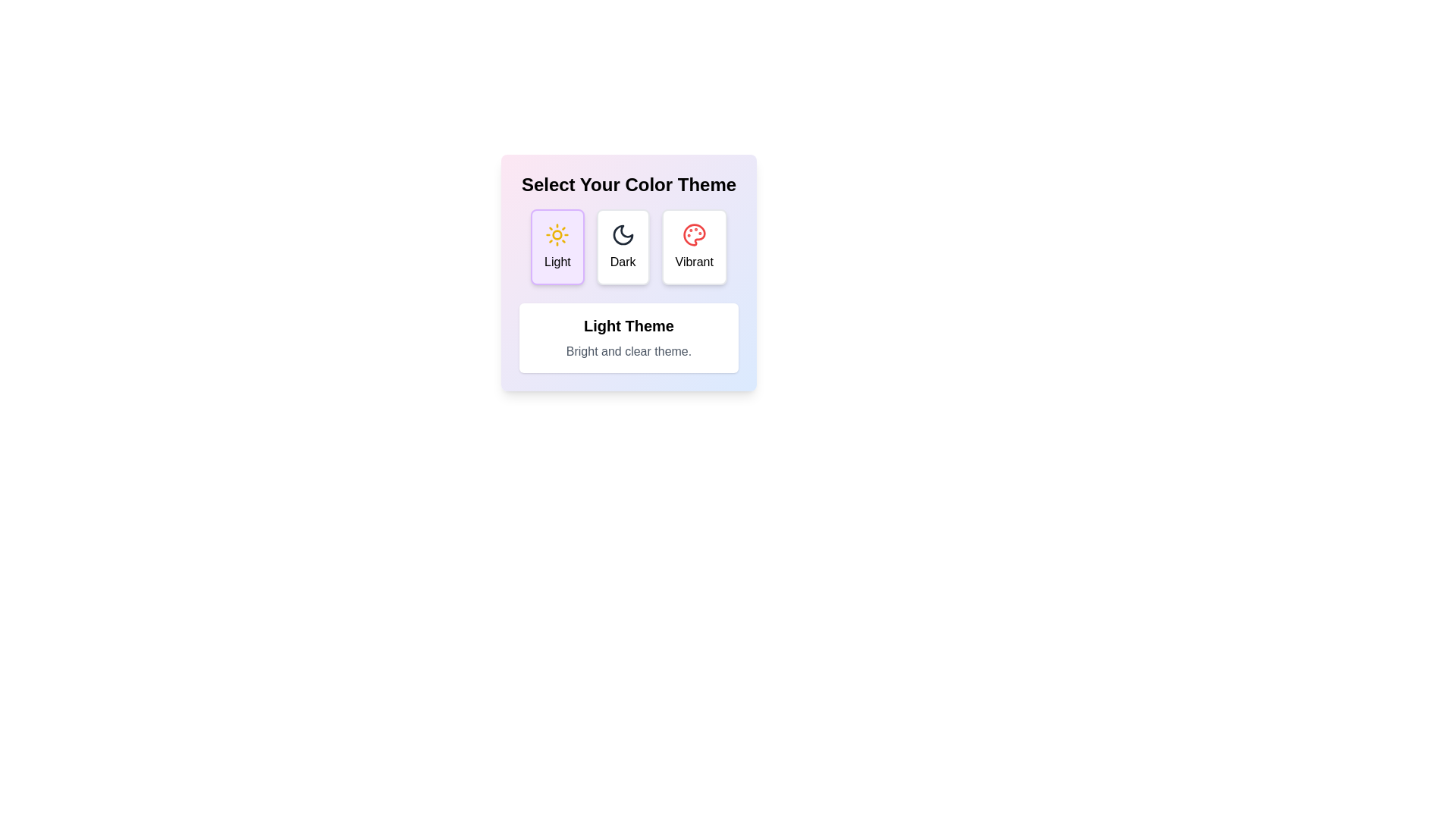 The width and height of the screenshot is (1456, 819). What do you see at coordinates (629, 325) in the screenshot?
I see `the header Text Label that serves as the title for the theme description, positioned above the descriptive text in the theme selection interface` at bounding box center [629, 325].